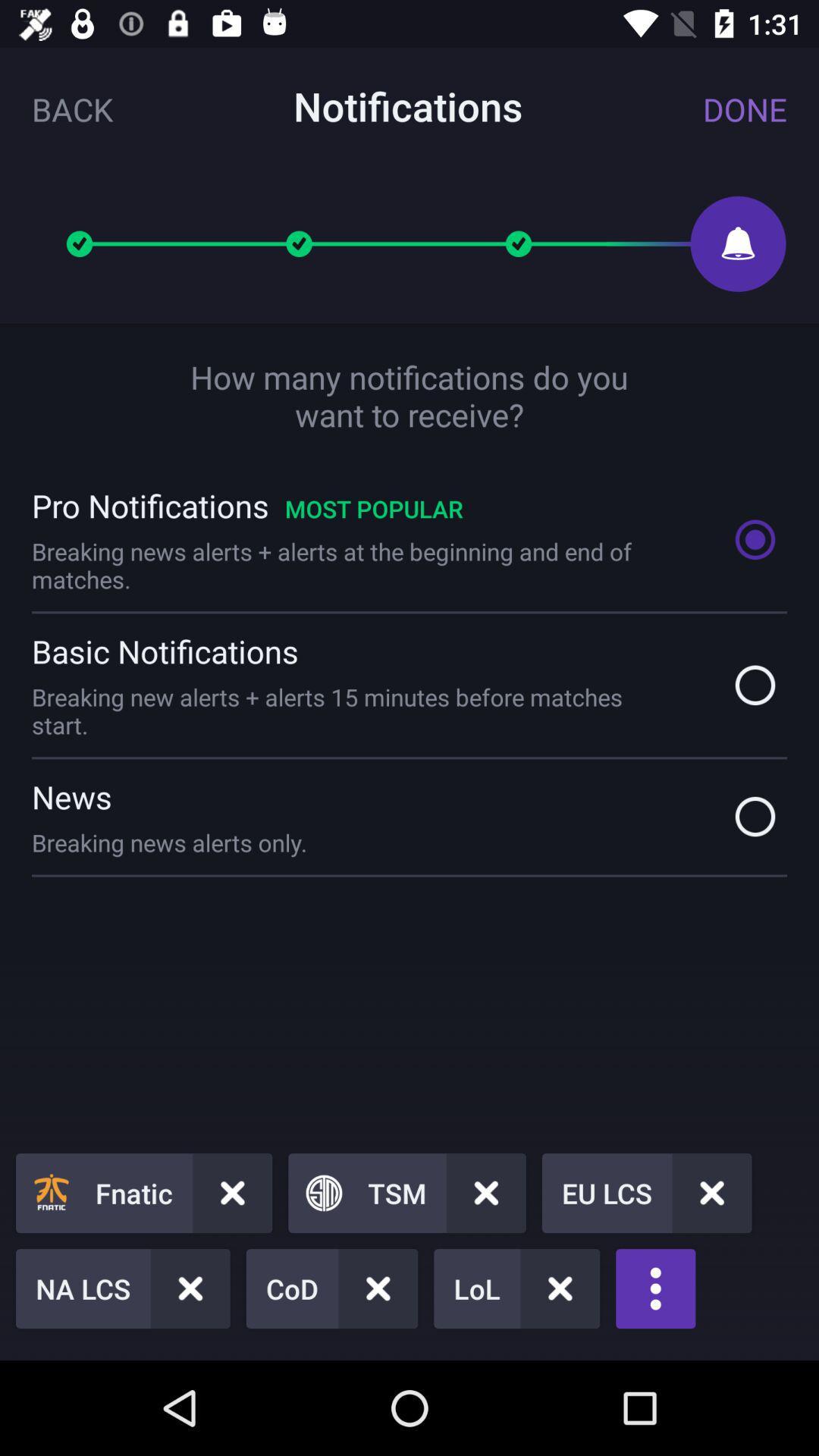  I want to click on icon next to the notifications item, so click(72, 108).